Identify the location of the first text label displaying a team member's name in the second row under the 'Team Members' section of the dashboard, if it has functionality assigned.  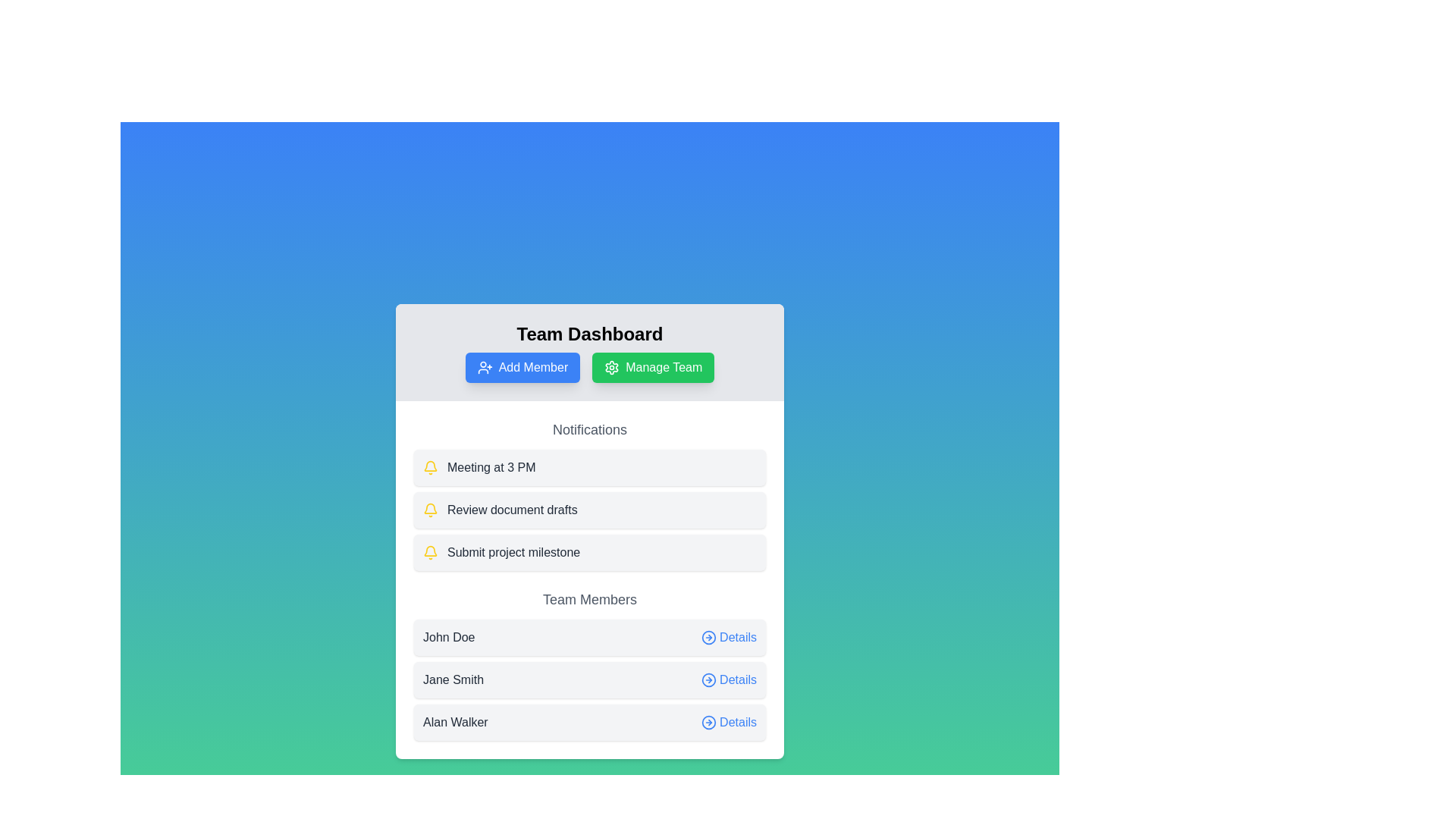
(453, 679).